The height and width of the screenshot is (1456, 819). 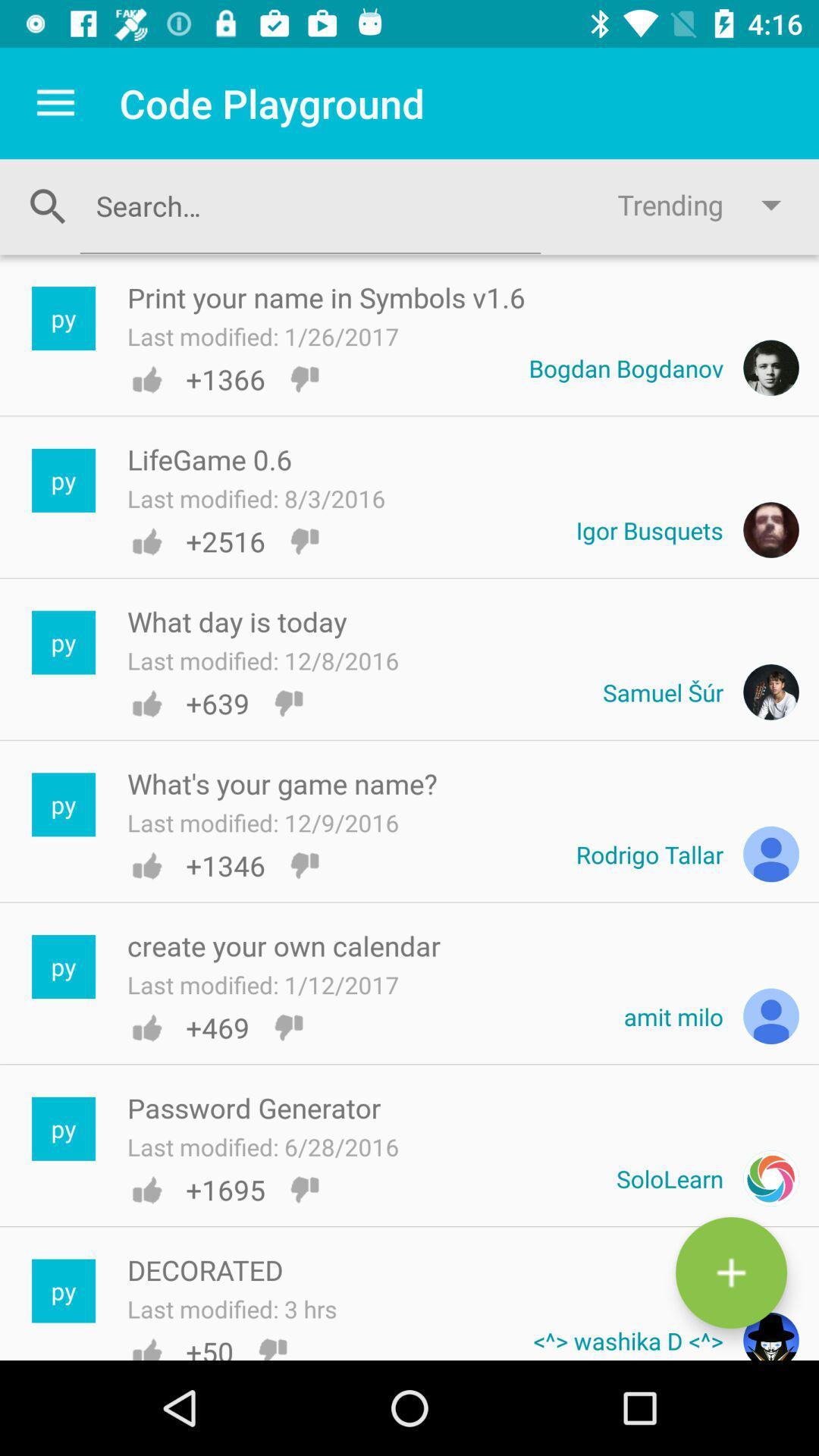 I want to click on a new post, so click(x=730, y=1272).